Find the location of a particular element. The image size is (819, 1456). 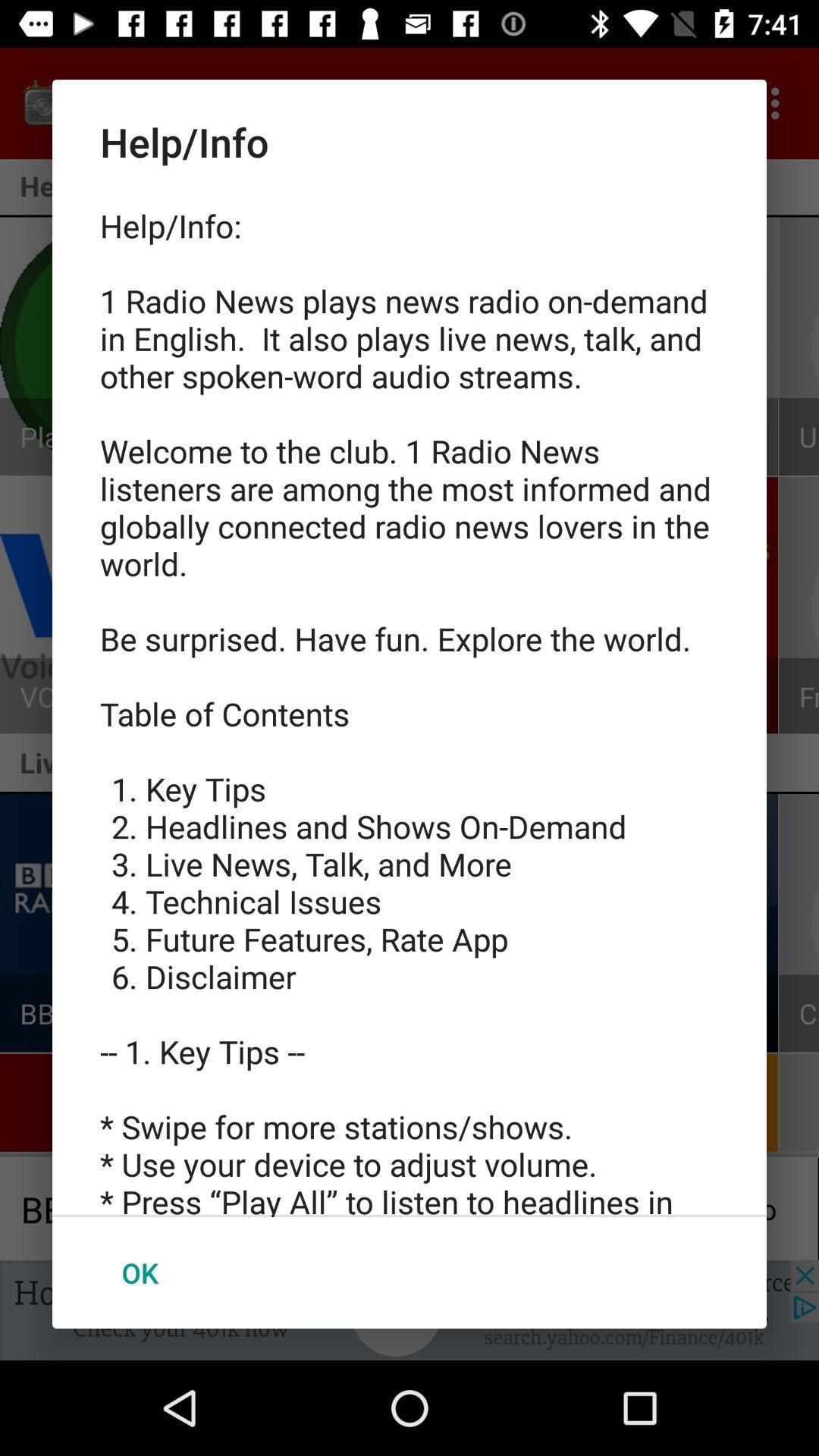

ok item is located at coordinates (140, 1272).